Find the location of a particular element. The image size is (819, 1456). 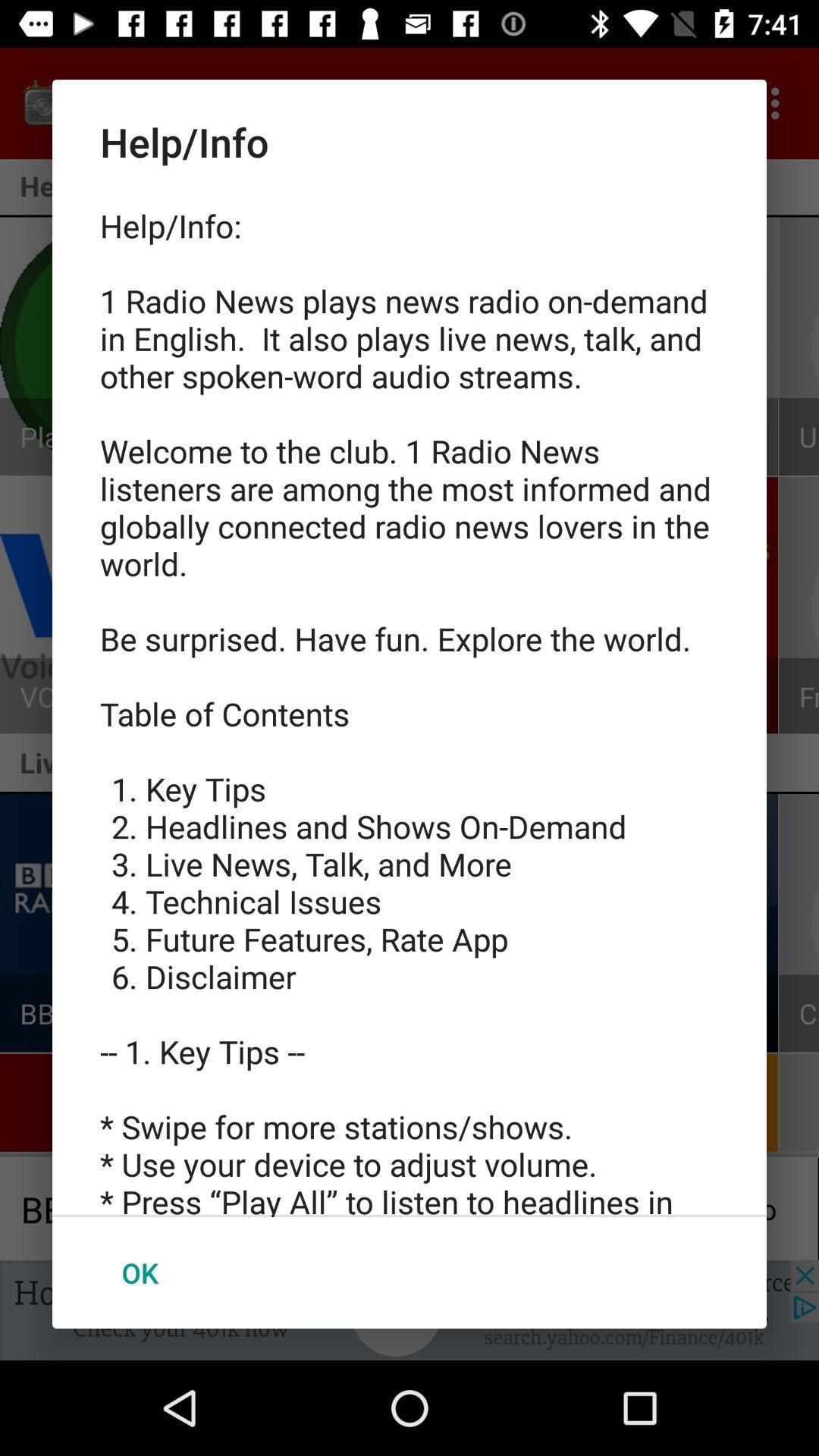

ok item is located at coordinates (140, 1272).